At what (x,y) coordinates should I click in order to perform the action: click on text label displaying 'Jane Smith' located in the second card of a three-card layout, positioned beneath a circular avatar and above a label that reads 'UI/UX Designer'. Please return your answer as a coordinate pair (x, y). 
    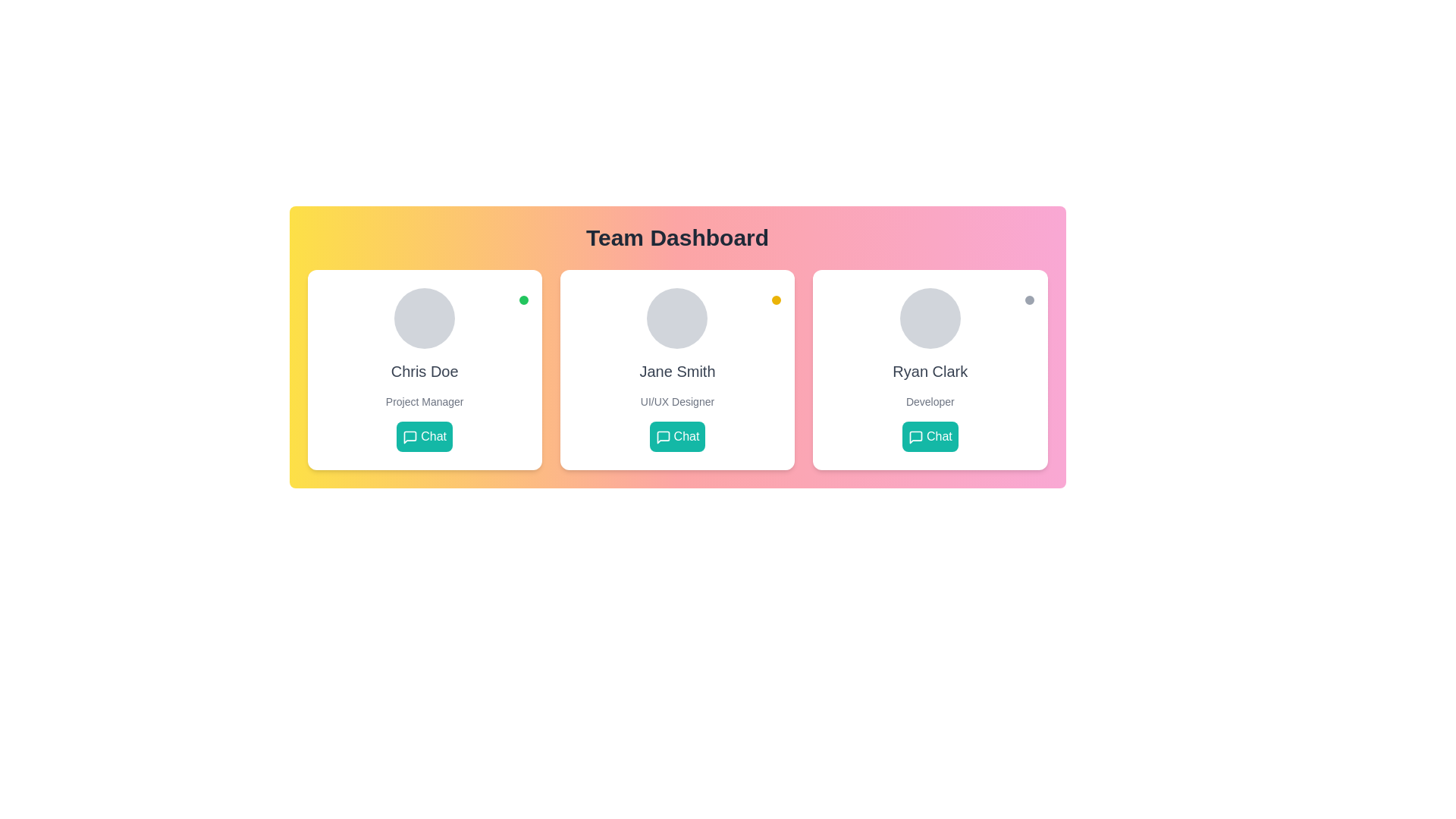
    Looking at the image, I should click on (676, 371).